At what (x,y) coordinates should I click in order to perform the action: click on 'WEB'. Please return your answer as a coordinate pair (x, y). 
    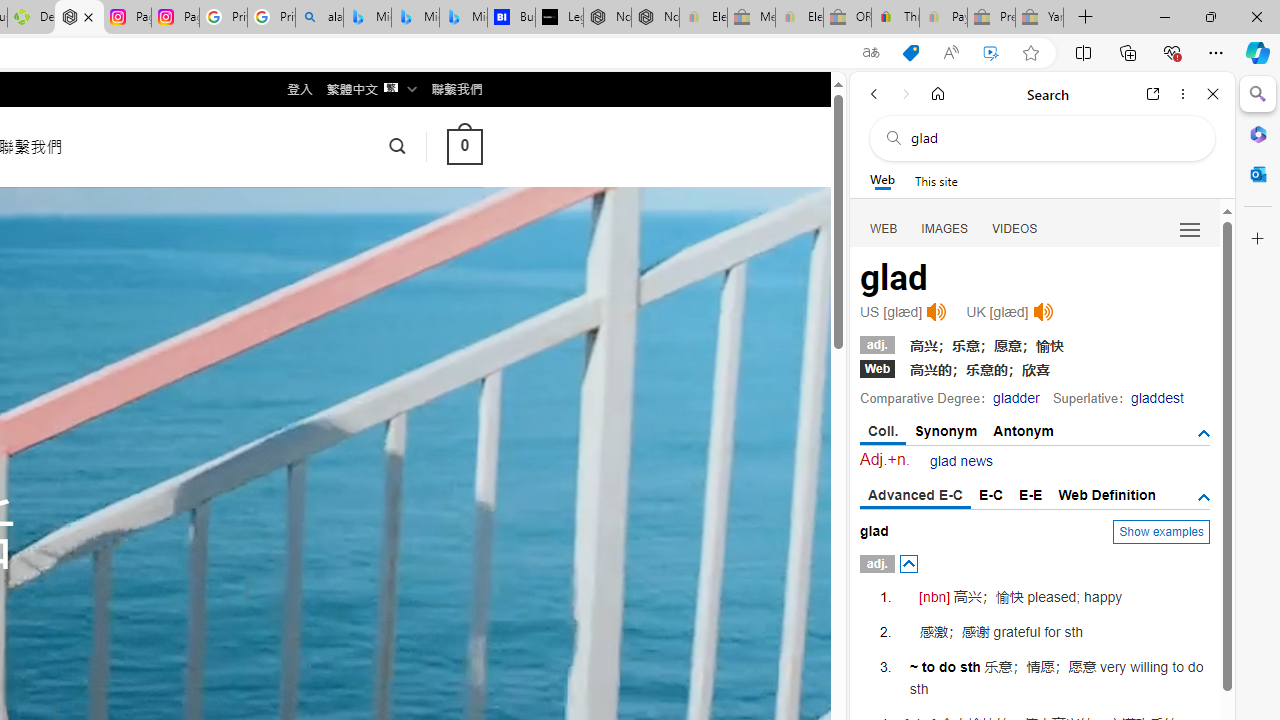
    Looking at the image, I should click on (883, 227).